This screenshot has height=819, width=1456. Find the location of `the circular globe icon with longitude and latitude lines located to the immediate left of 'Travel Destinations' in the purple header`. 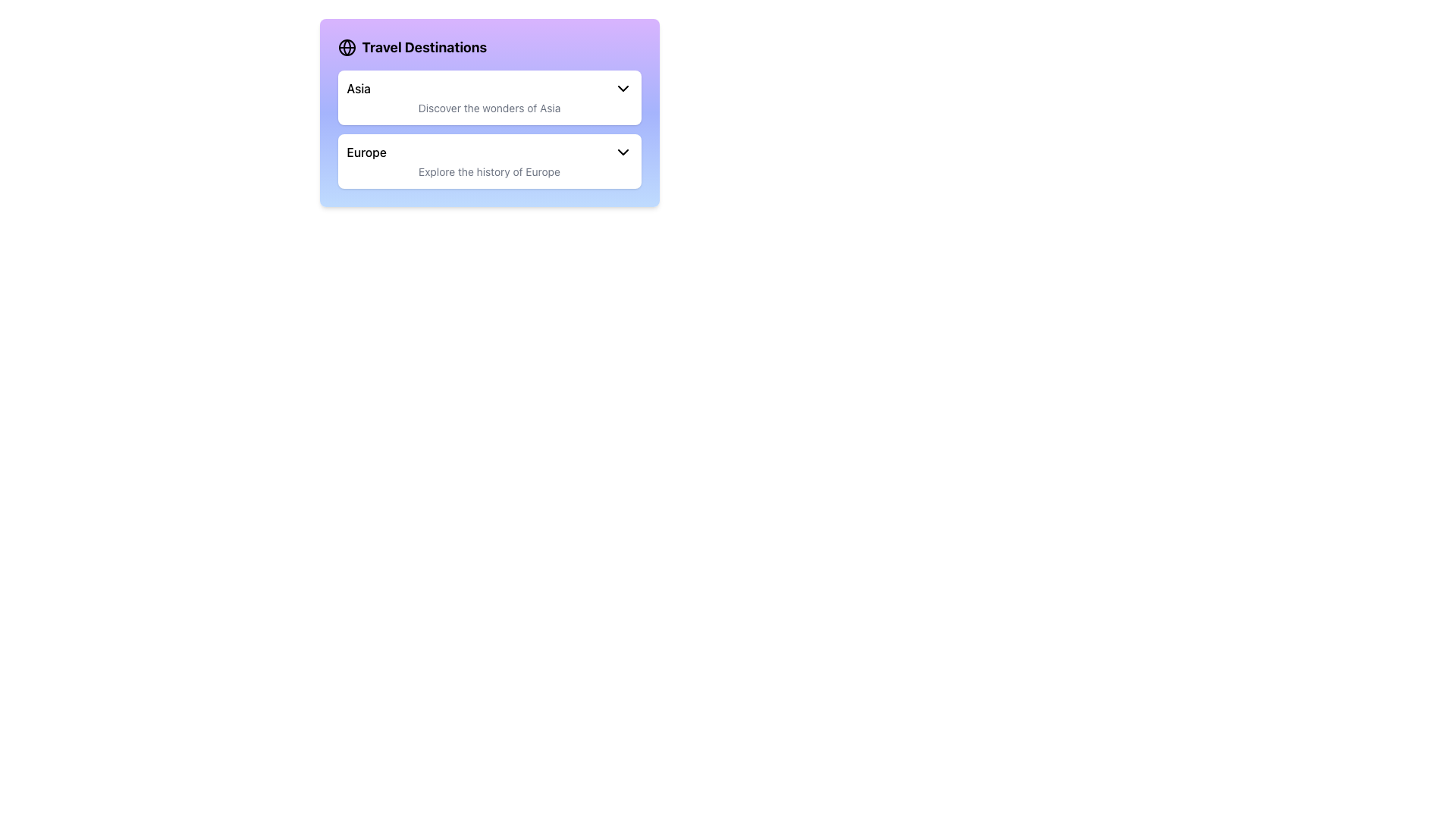

the circular globe icon with longitude and latitude lines located to the immediate left of 'Travel Destinations' in the purple header is located at coordinates (346, 46).